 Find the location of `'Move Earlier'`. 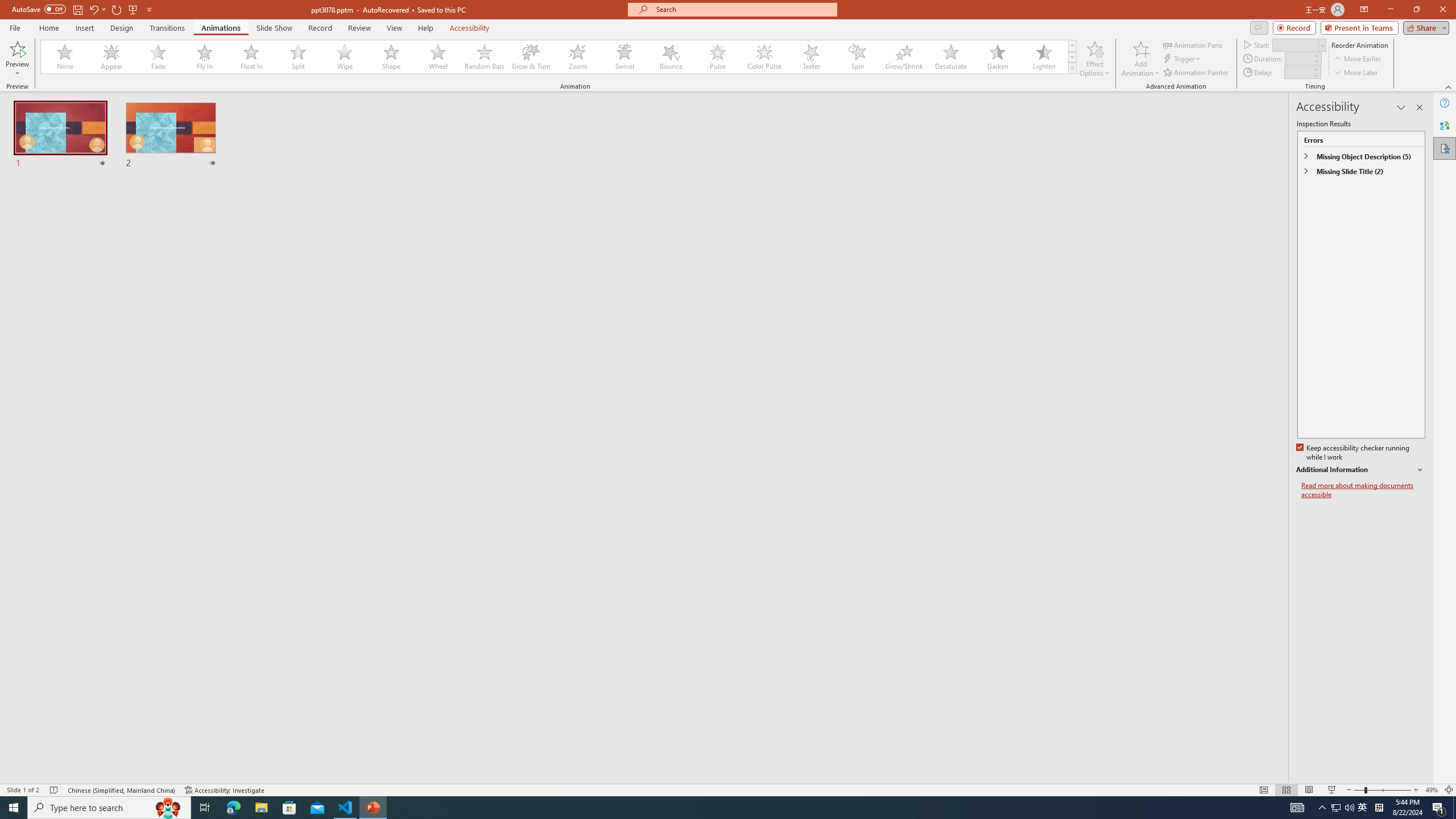

'Move Earlier' is located at coordinates (1357, 59).